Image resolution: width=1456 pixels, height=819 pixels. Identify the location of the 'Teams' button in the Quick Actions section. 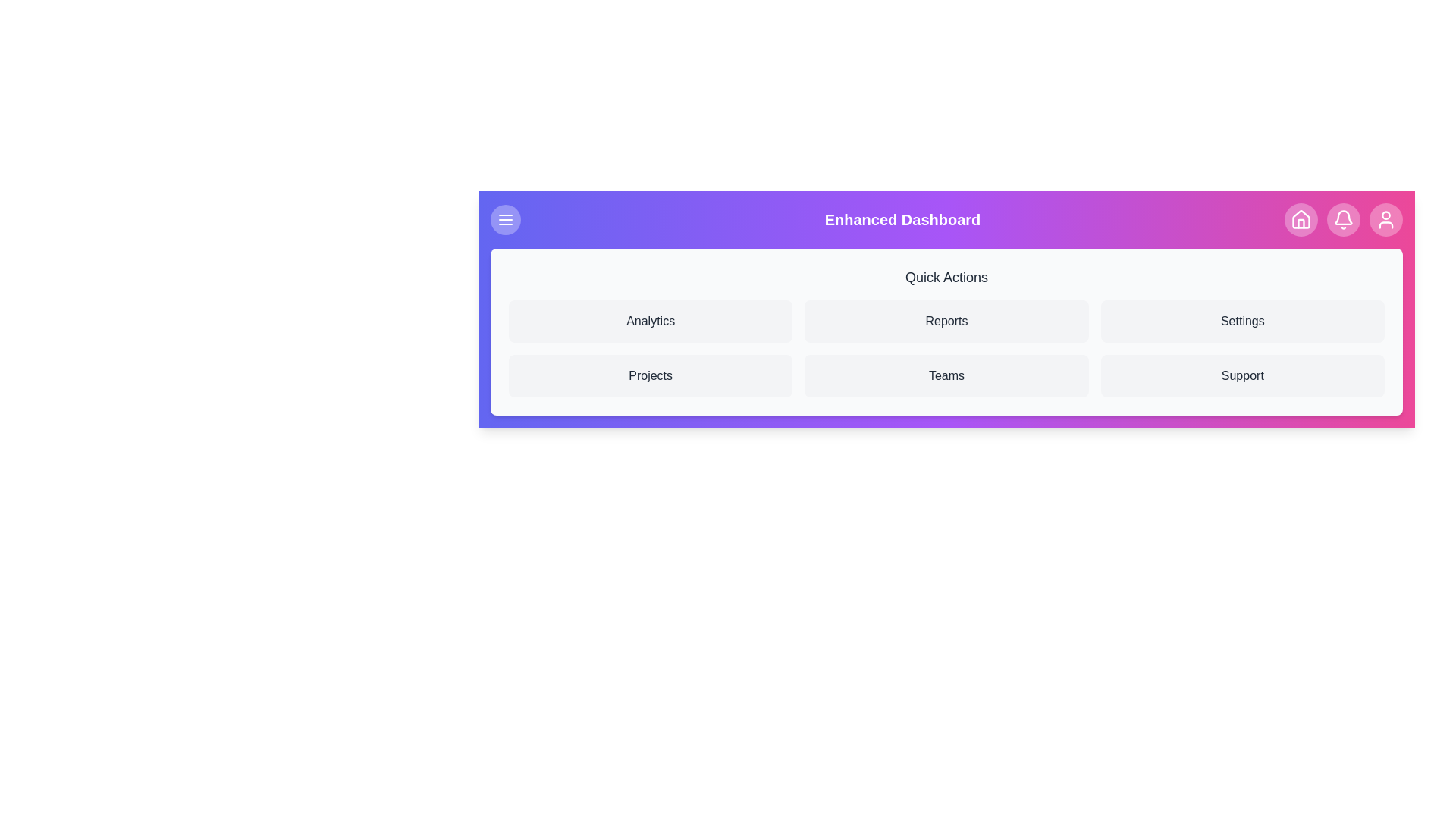
(946, 375).